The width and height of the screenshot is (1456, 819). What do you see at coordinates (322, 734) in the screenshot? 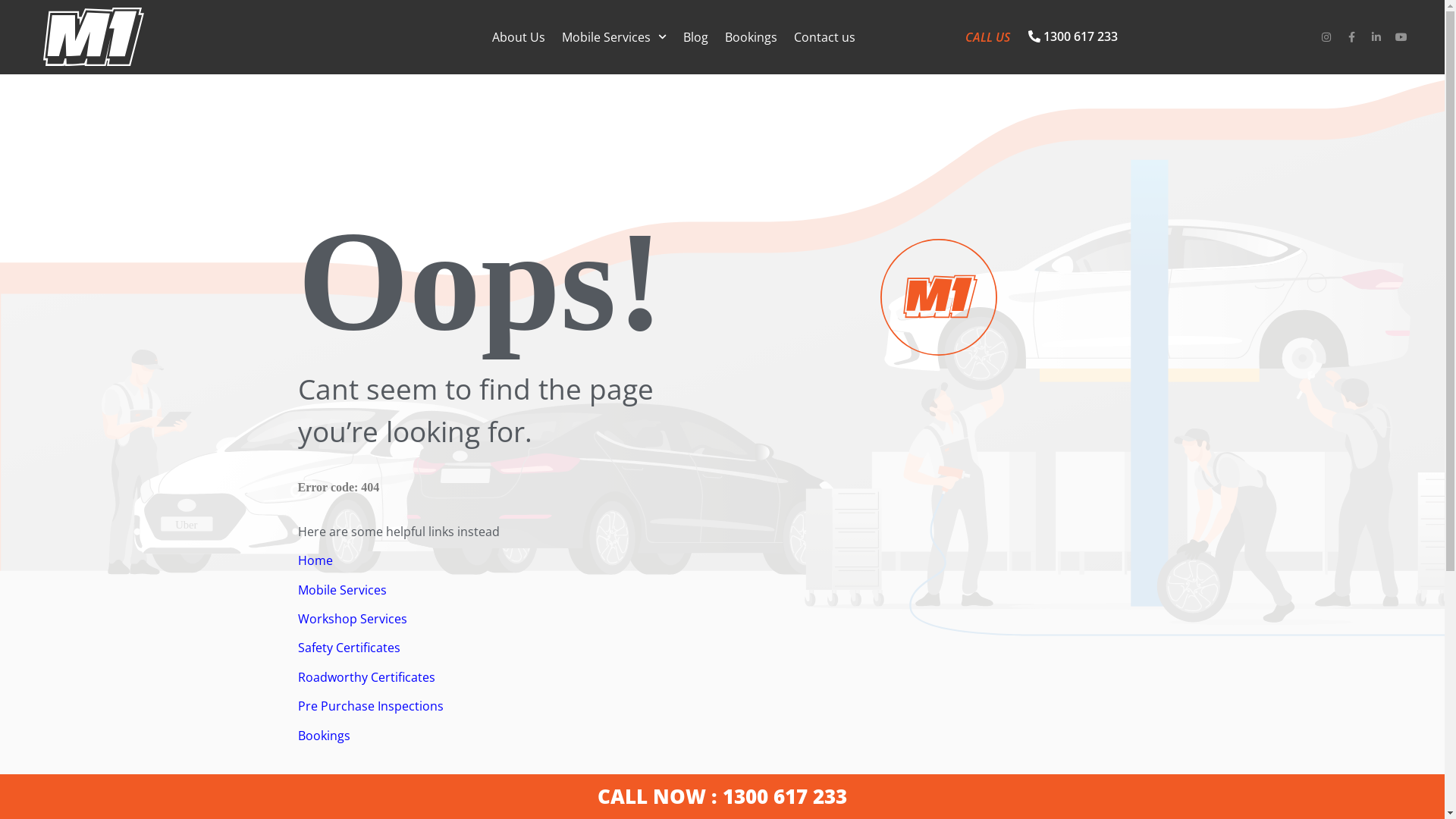
I see `'Bookings'` at bounding box center [322, 734].